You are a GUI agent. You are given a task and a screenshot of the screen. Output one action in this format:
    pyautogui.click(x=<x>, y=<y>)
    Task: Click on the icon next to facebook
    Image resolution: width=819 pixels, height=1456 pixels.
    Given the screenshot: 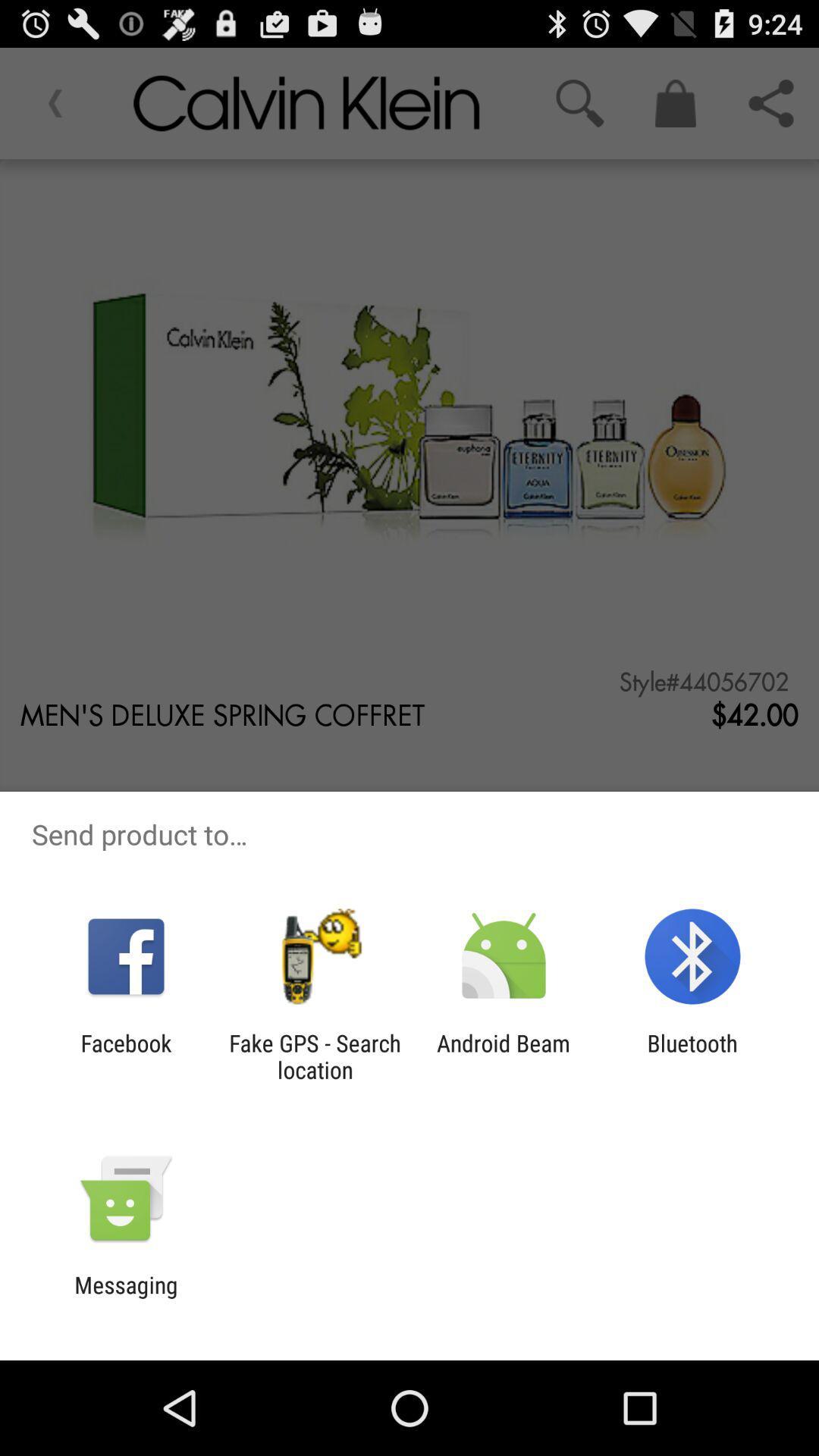 What is the action you would take?
    pyautogui.click(x=314, y=1056)
    